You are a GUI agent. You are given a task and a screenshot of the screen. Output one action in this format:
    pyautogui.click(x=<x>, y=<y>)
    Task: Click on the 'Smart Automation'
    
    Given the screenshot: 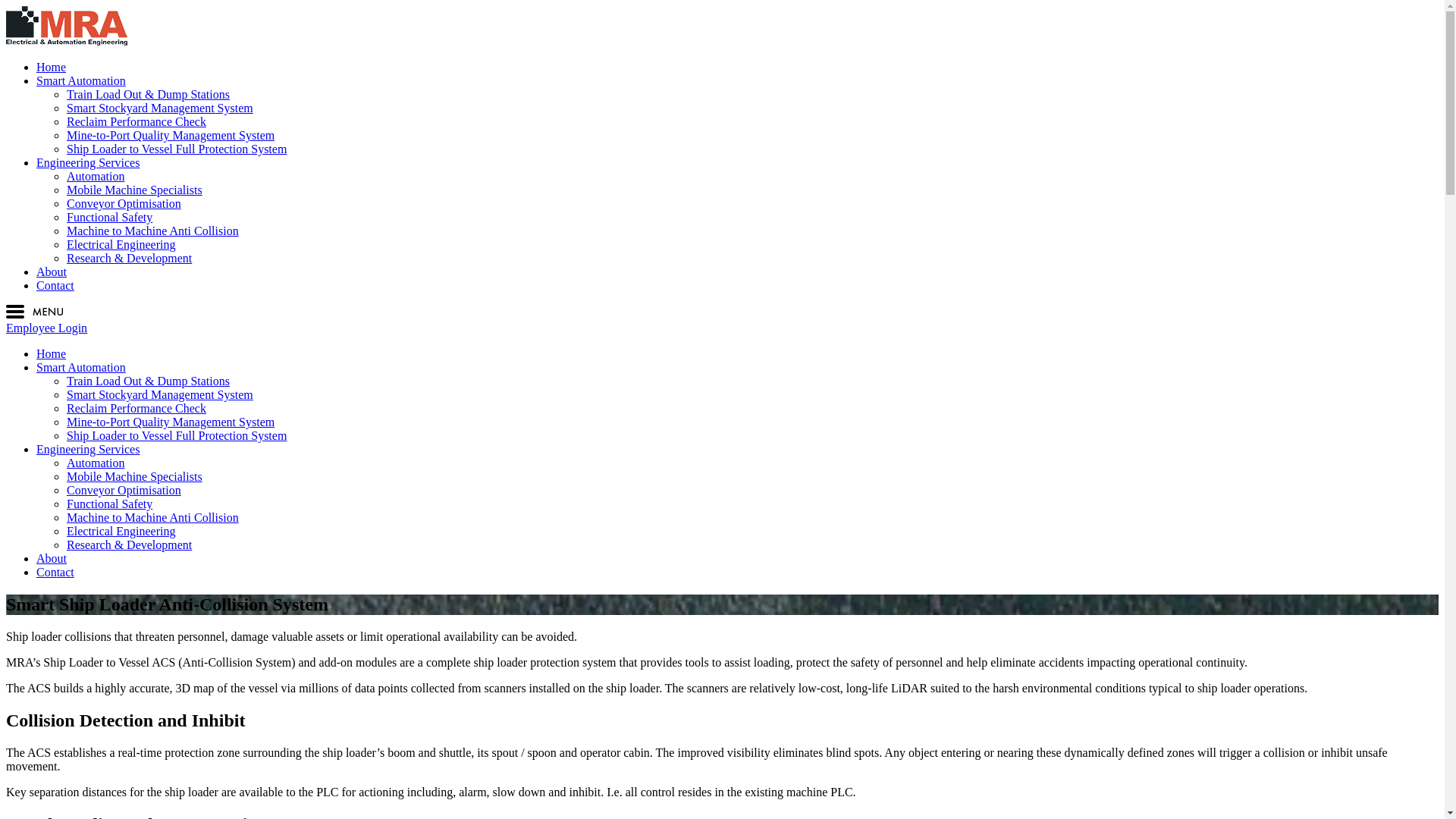 What is the action you would take?
    pyautogui.click(x=36, y=367)
    